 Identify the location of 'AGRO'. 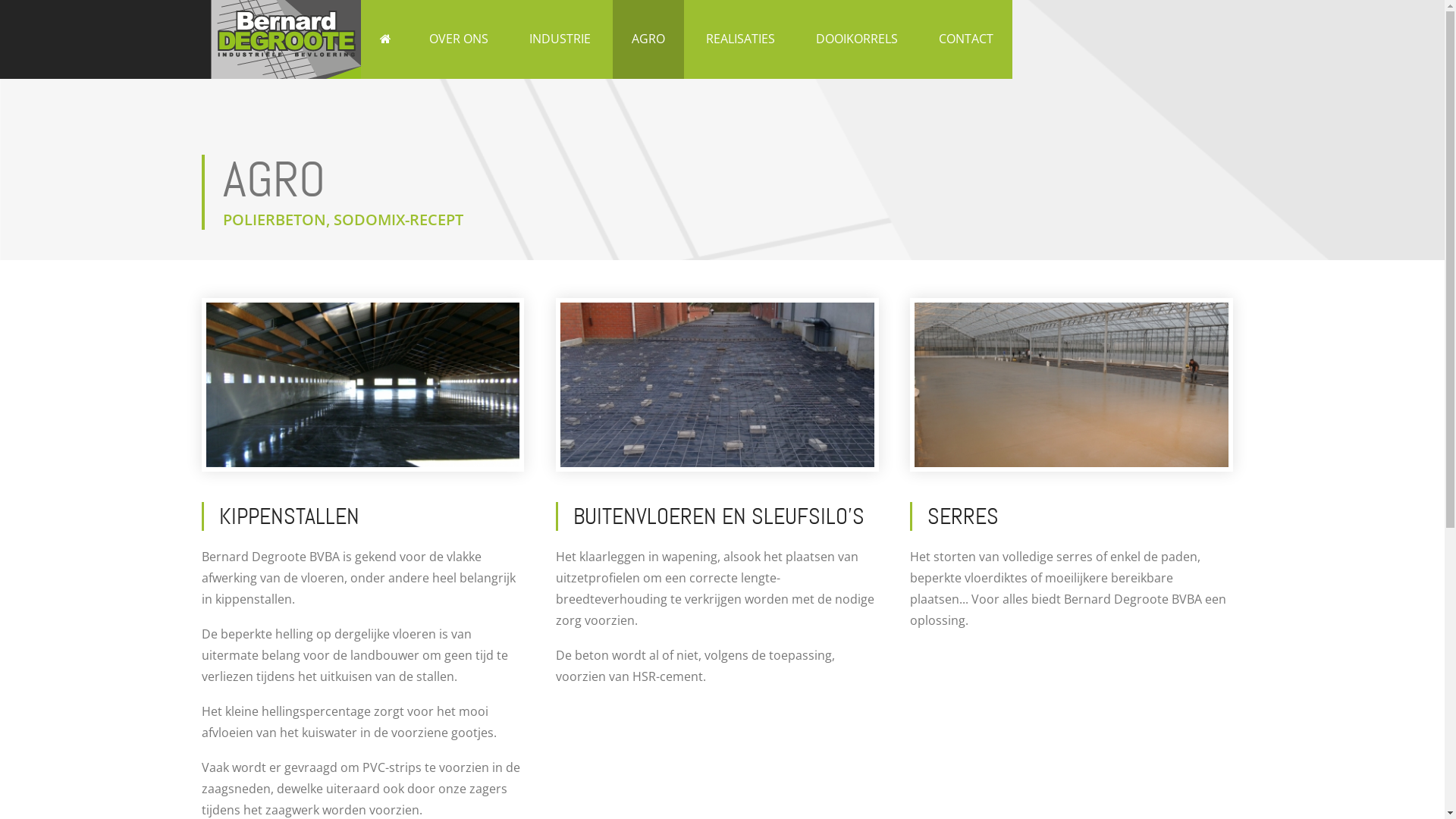
(648, 38).